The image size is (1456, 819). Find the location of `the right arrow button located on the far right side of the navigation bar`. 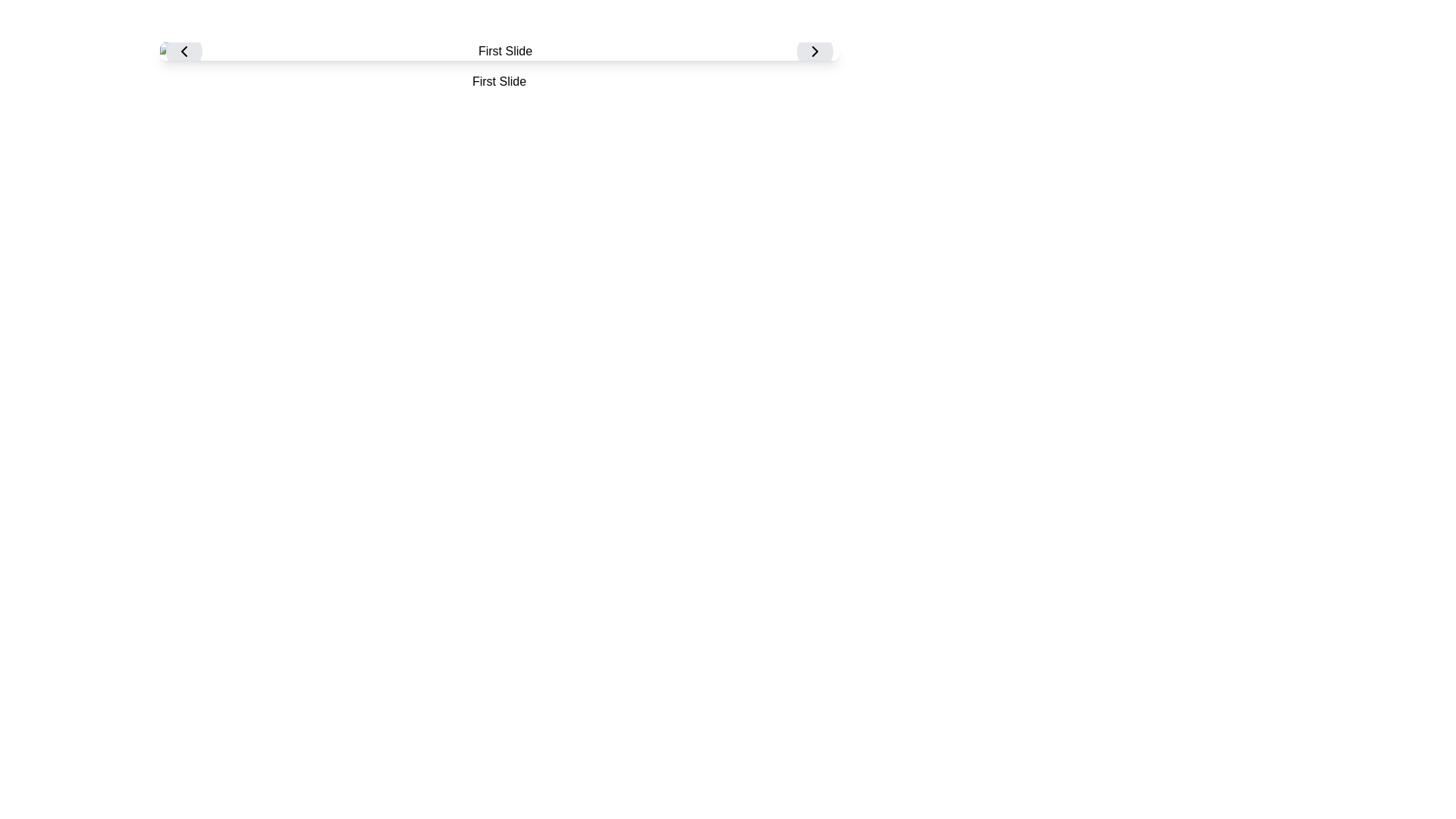

the right arrow button located on the far right side of the navigation bar is located at coordinates (814, 51).